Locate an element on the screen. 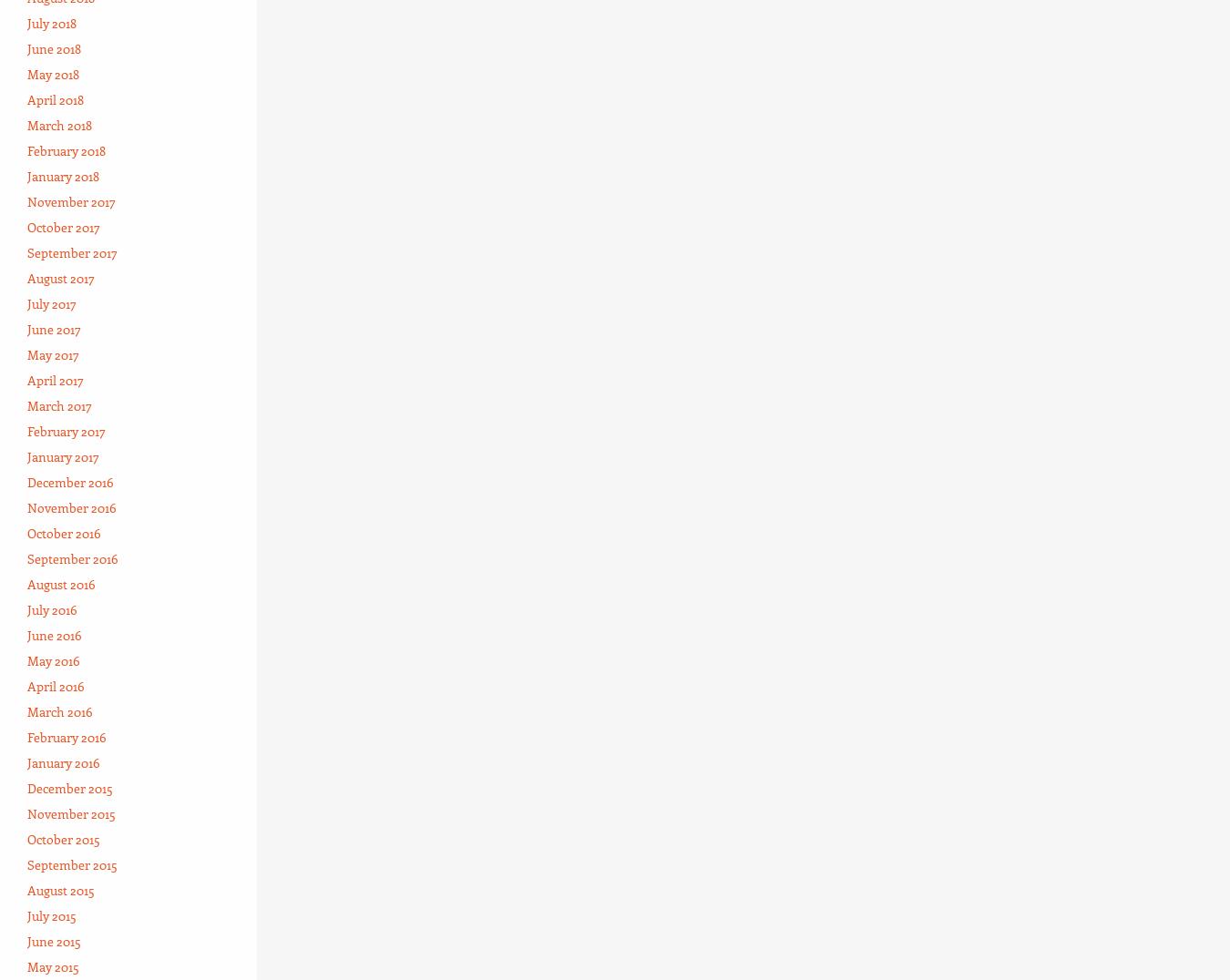 The height and width of the screenshot is (980, 1230). 'October 2016' is located at coordinates (26, 532).